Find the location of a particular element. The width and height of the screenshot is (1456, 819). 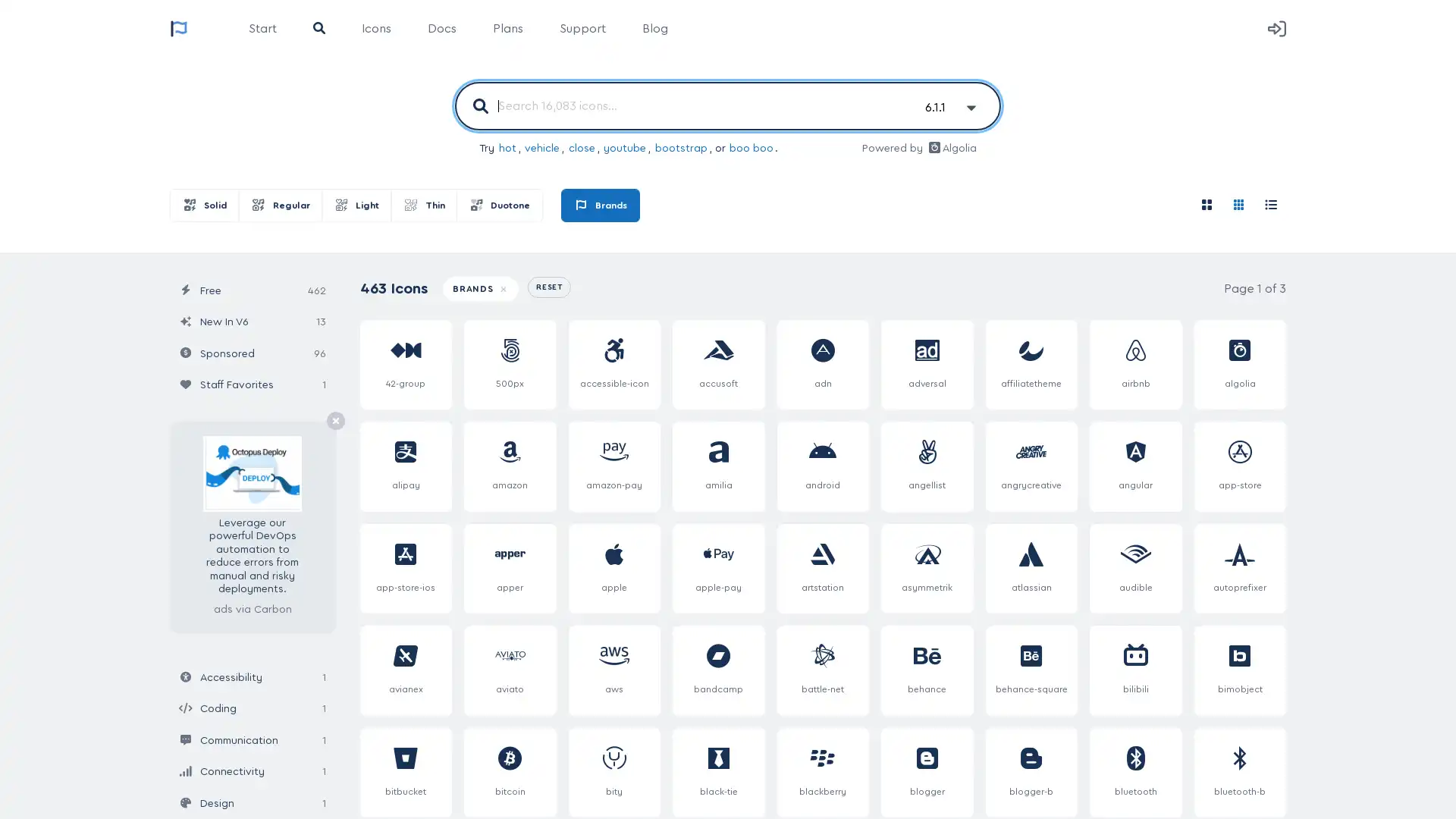

close is located at coordinates (581, 149).